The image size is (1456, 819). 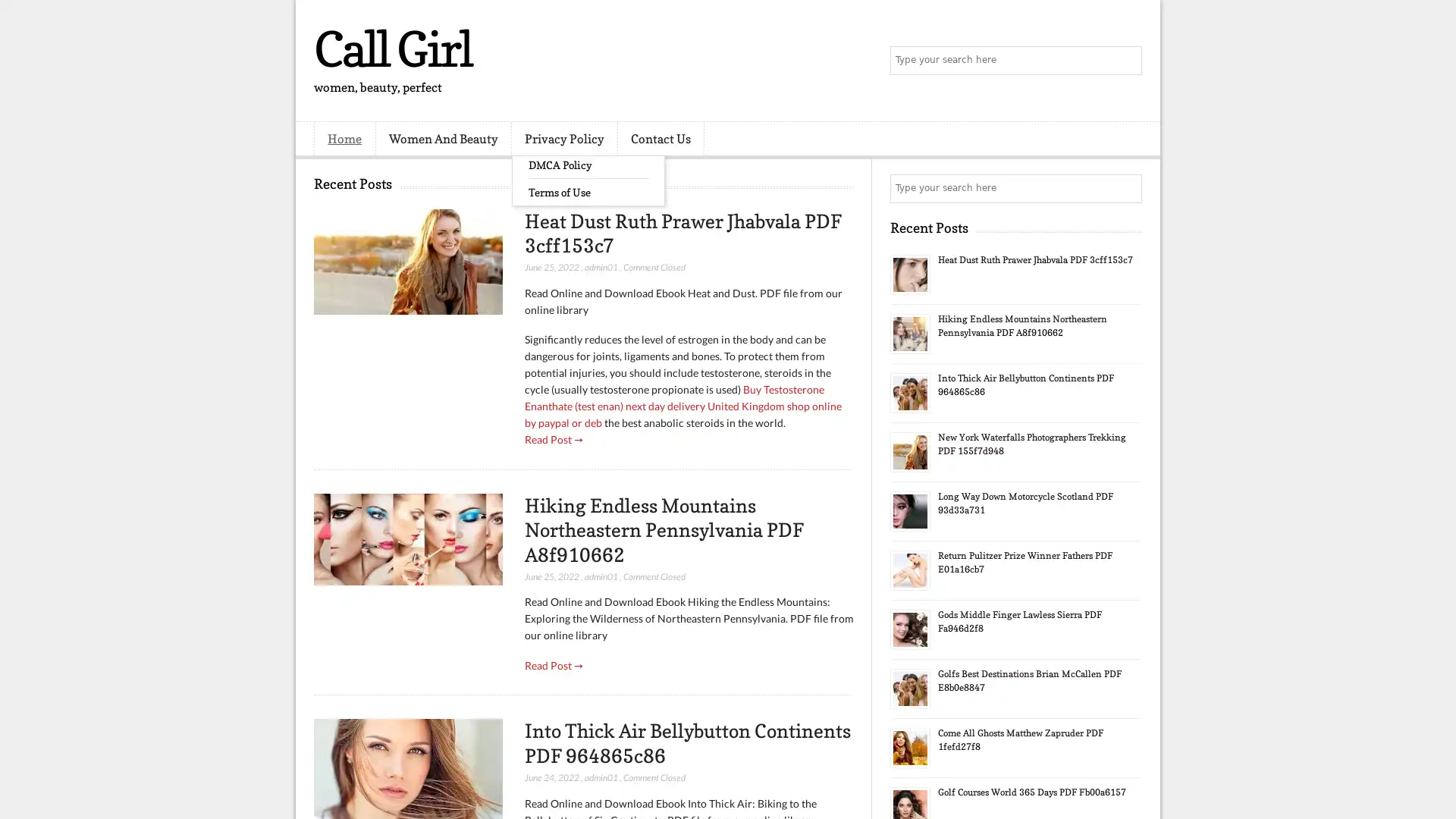 I want to click on Search, so click(x=1126, y=188).